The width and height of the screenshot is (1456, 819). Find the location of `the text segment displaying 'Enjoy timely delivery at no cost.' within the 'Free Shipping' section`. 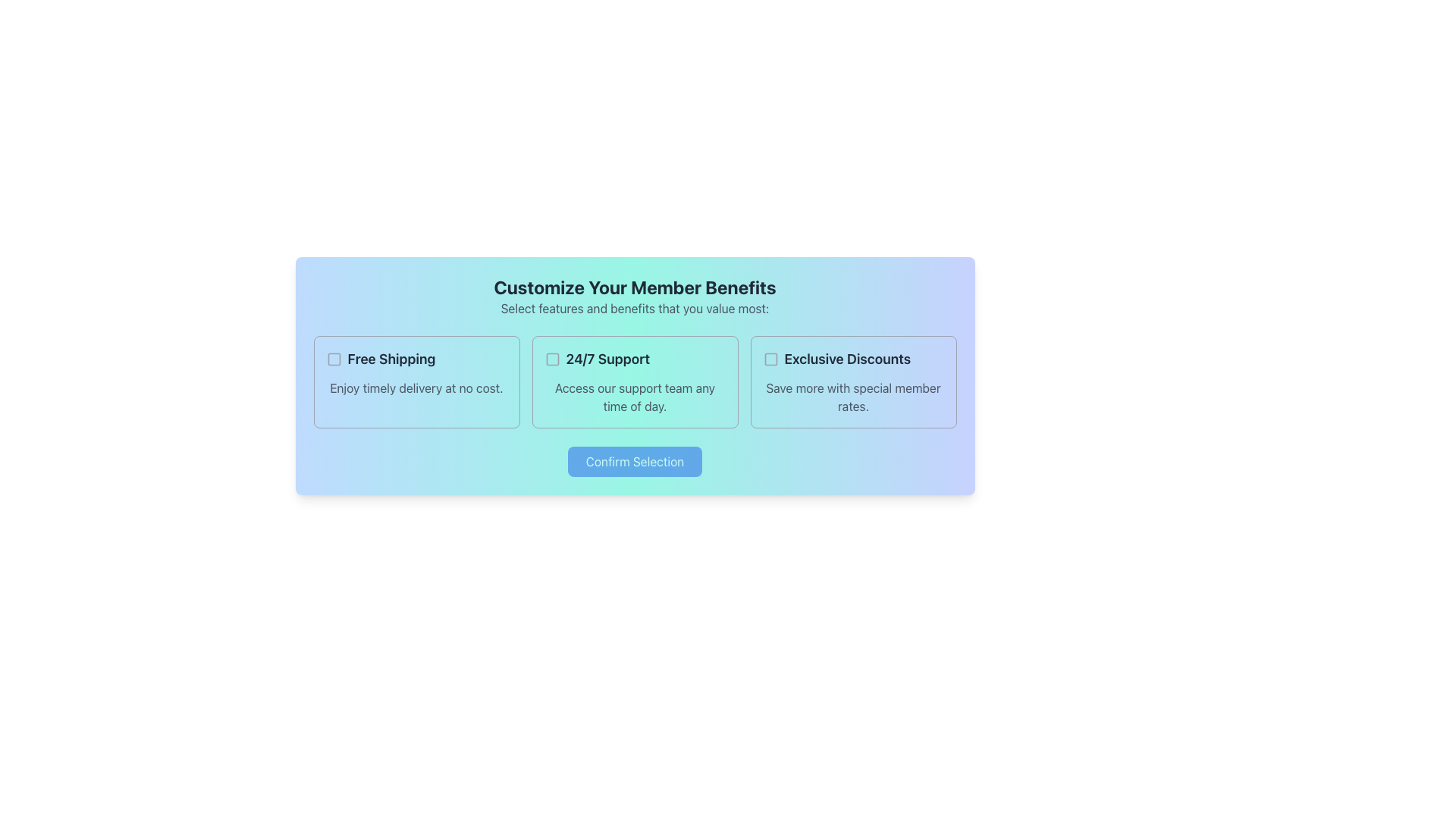

the text segment displaying 'Enjoy timely delivery at no cost.' within the 'Free Shipping' section is located at coordinates (416, 388).